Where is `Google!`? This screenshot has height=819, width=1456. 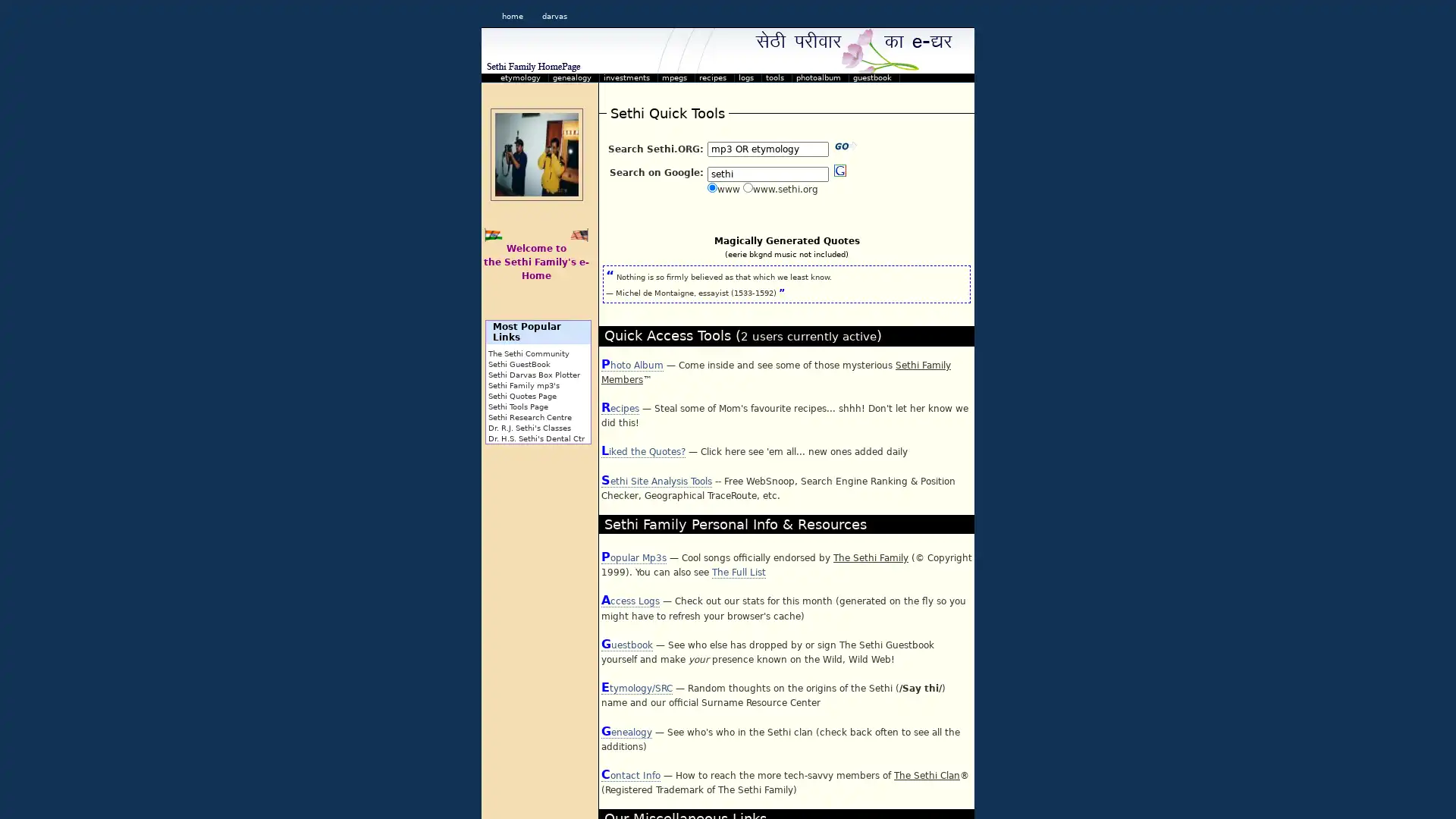
Google! is located at coordinates (839, 170).